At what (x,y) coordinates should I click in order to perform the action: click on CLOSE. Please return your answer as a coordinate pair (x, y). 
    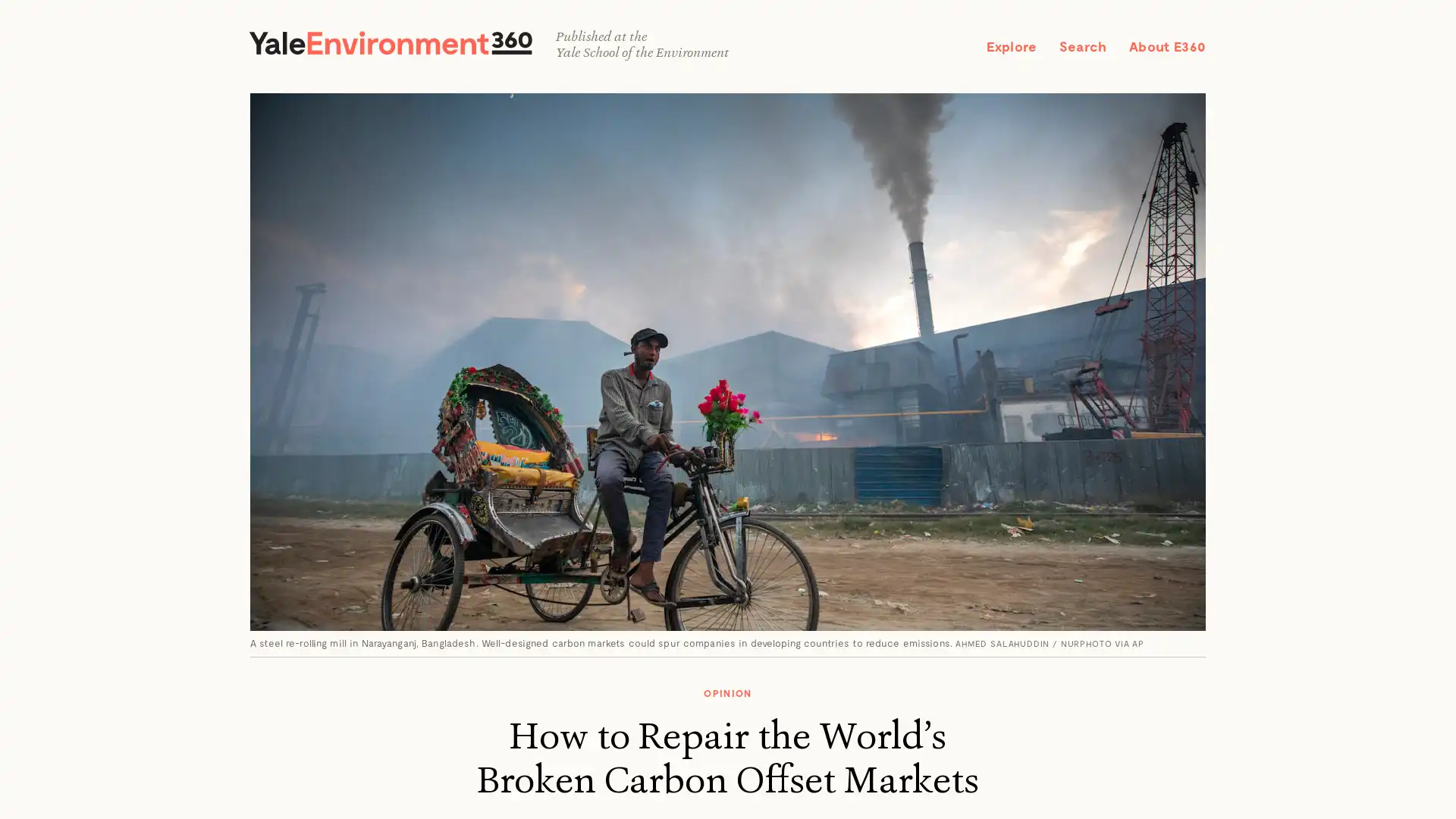
    Looking at the image, I should click on (1417, 37).